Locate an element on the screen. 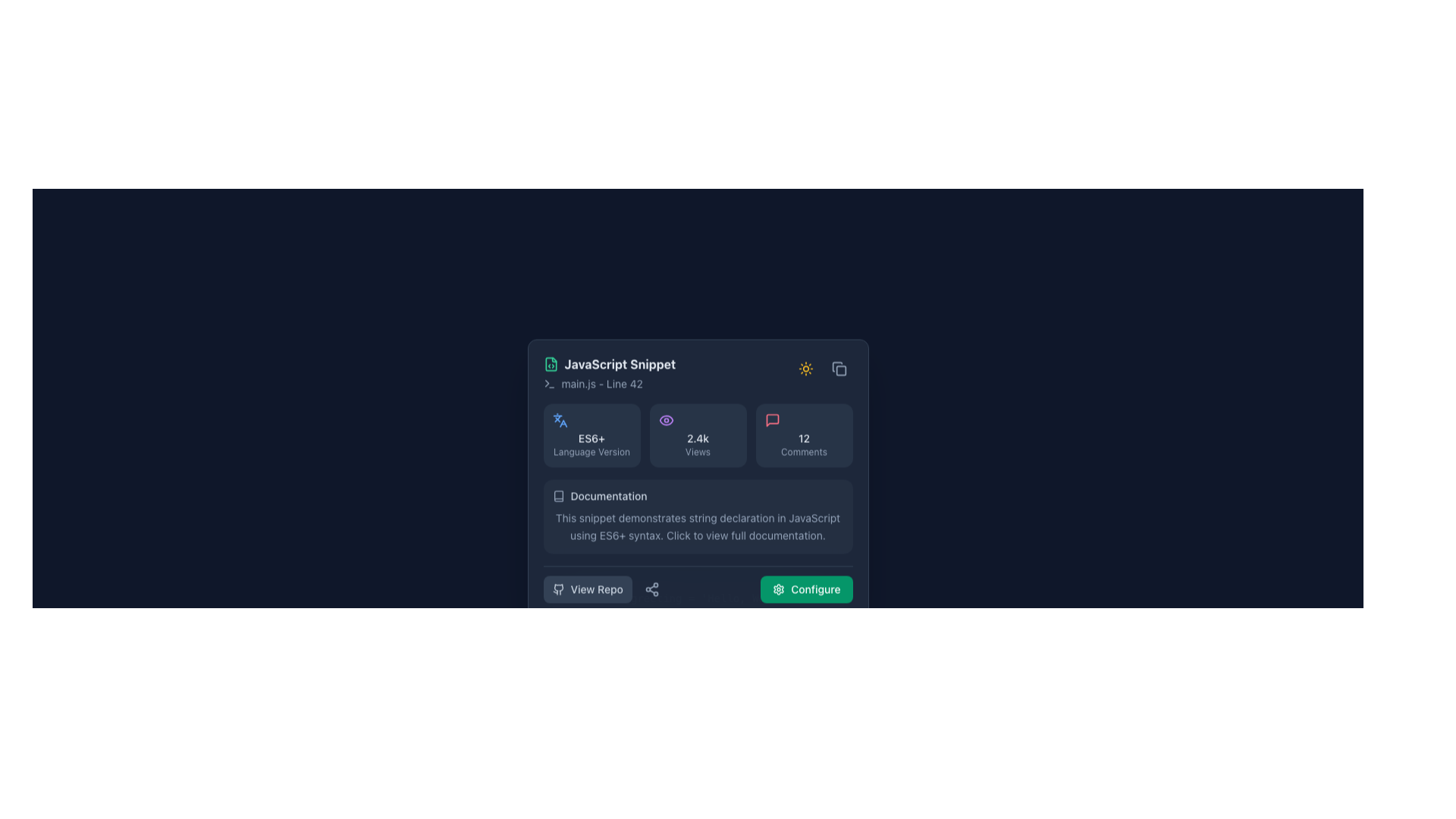 The width and height of the screenshot is (1456, 819). the eye-shaped icon with a purple hue, which is located in the top-left corner of the section displaying '2.4k Views' is located at coordinates (666, 420).